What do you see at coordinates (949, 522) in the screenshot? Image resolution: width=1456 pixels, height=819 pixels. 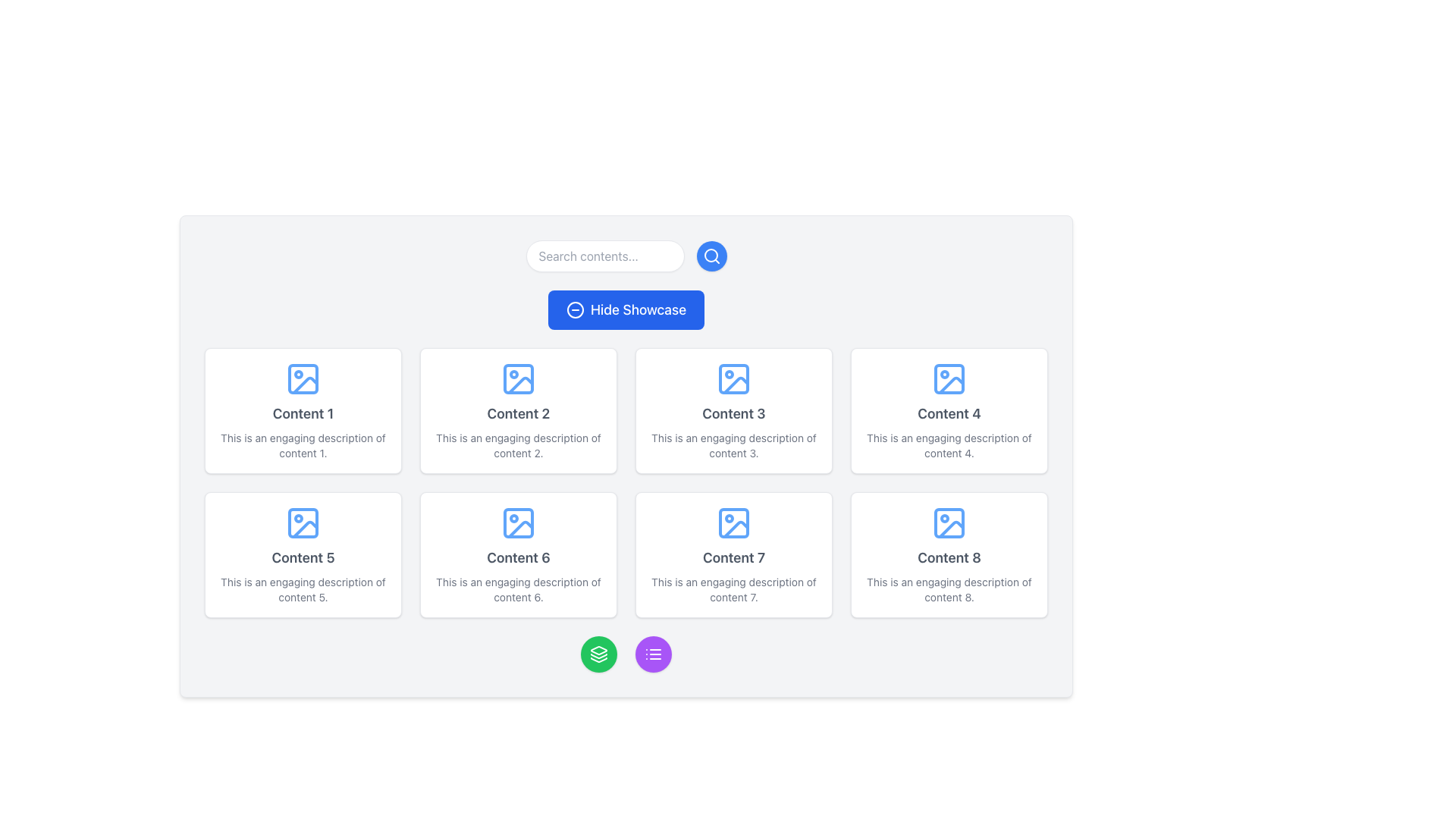 I see `the icon depicting a stylized image outline of a sun and mountain, located at the top of the 'Content 8' card` at bounding box center [949, 522].